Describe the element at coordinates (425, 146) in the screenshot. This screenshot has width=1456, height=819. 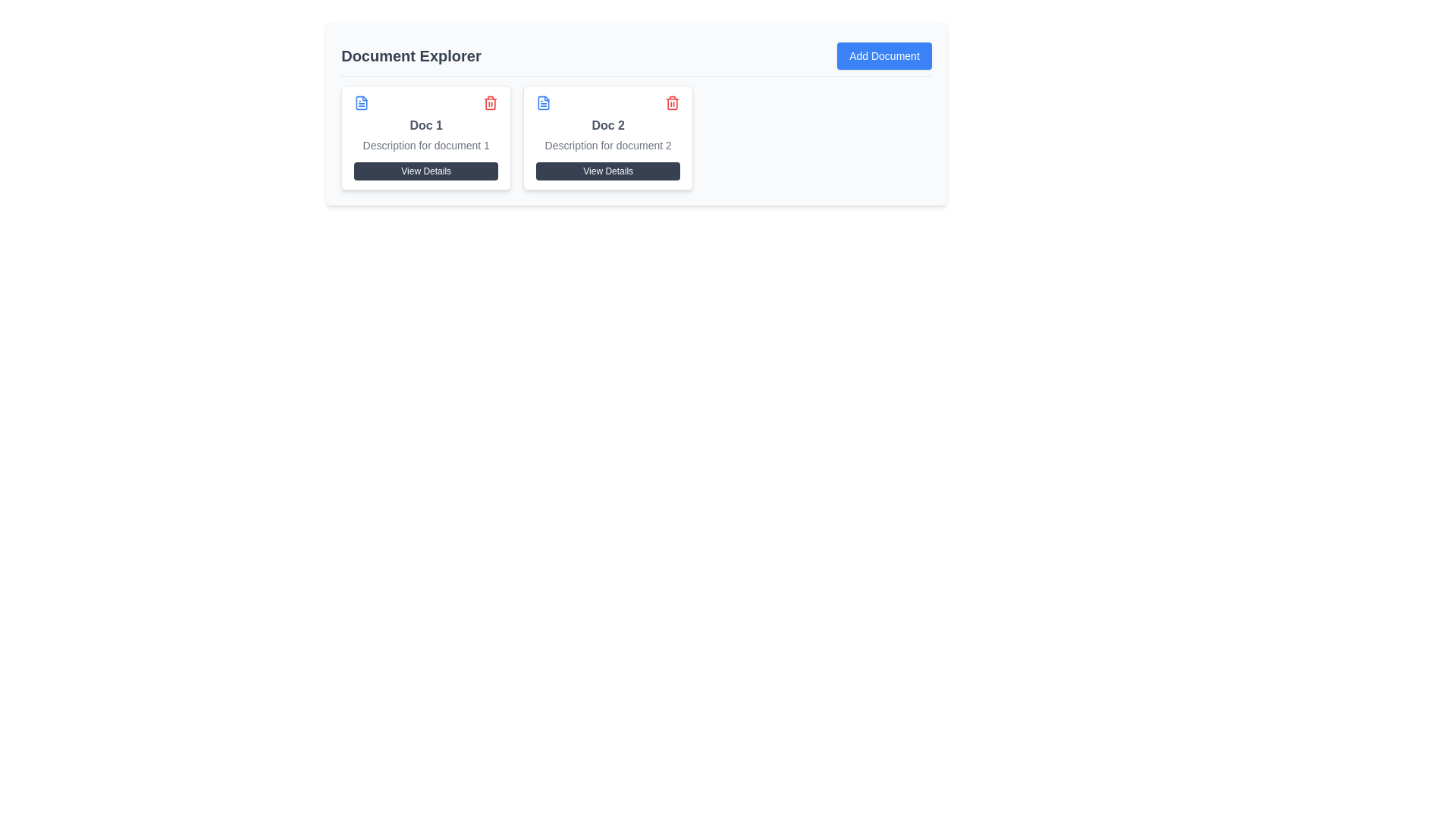
I see `the textual element displaying 'Description for document 1' located beneath the title 'Doc 1' within the left document card` at that location.